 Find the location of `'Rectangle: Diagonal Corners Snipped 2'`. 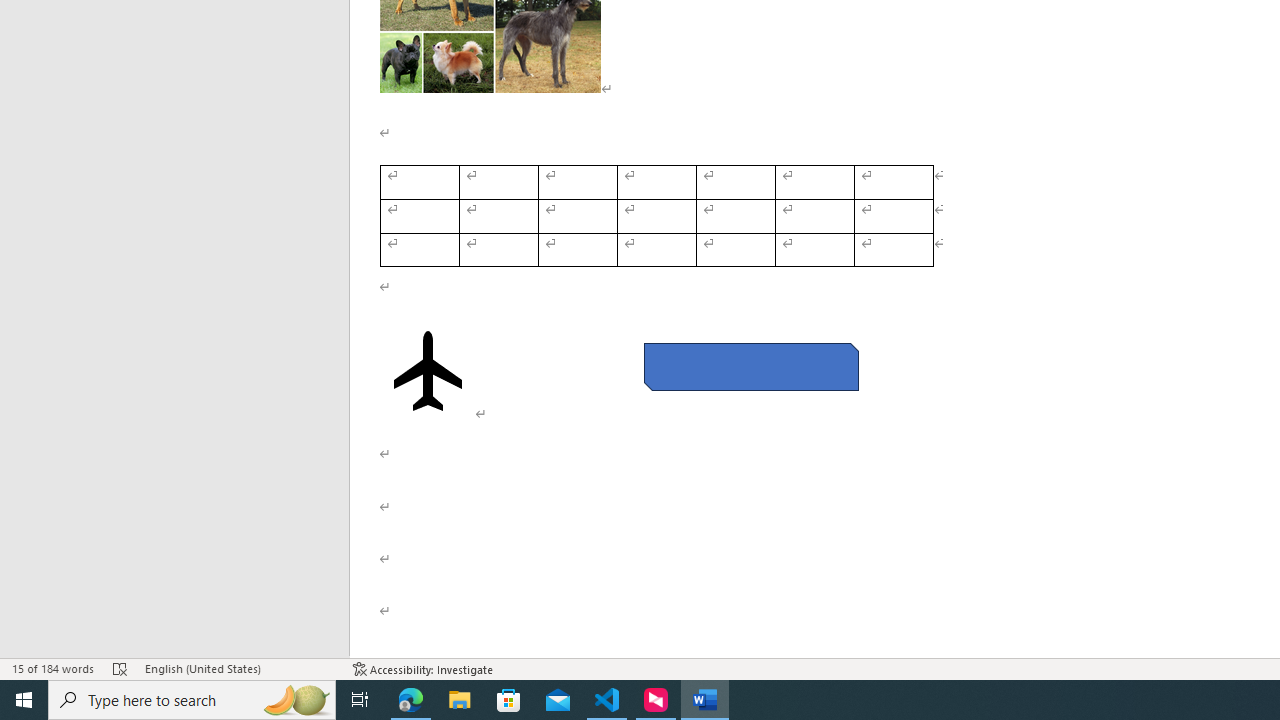

'Rectangle: Diagonal Corners Snipped 2' is located at coordinates (750, 366).